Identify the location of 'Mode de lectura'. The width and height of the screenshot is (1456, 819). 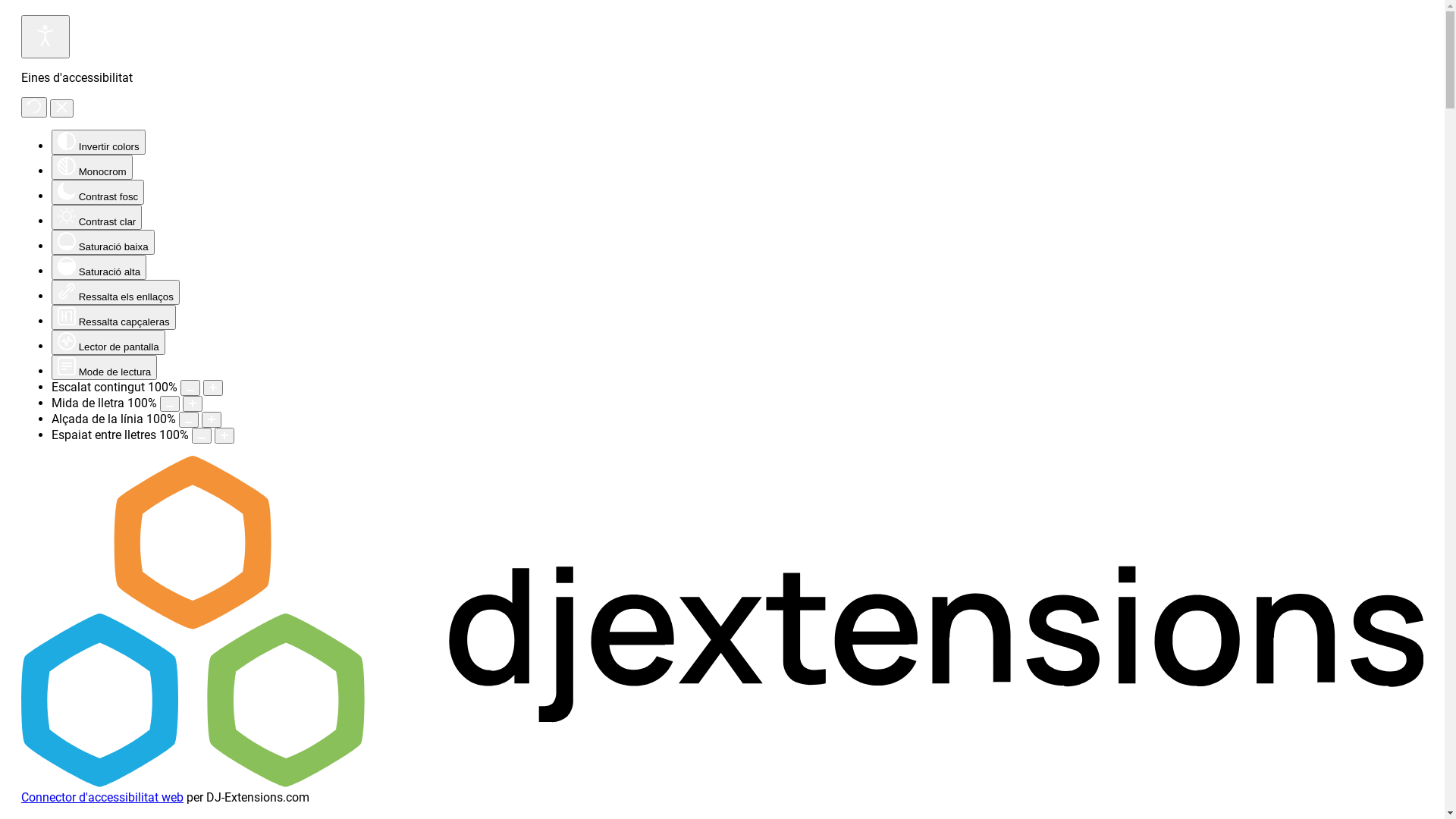
(103, 367).